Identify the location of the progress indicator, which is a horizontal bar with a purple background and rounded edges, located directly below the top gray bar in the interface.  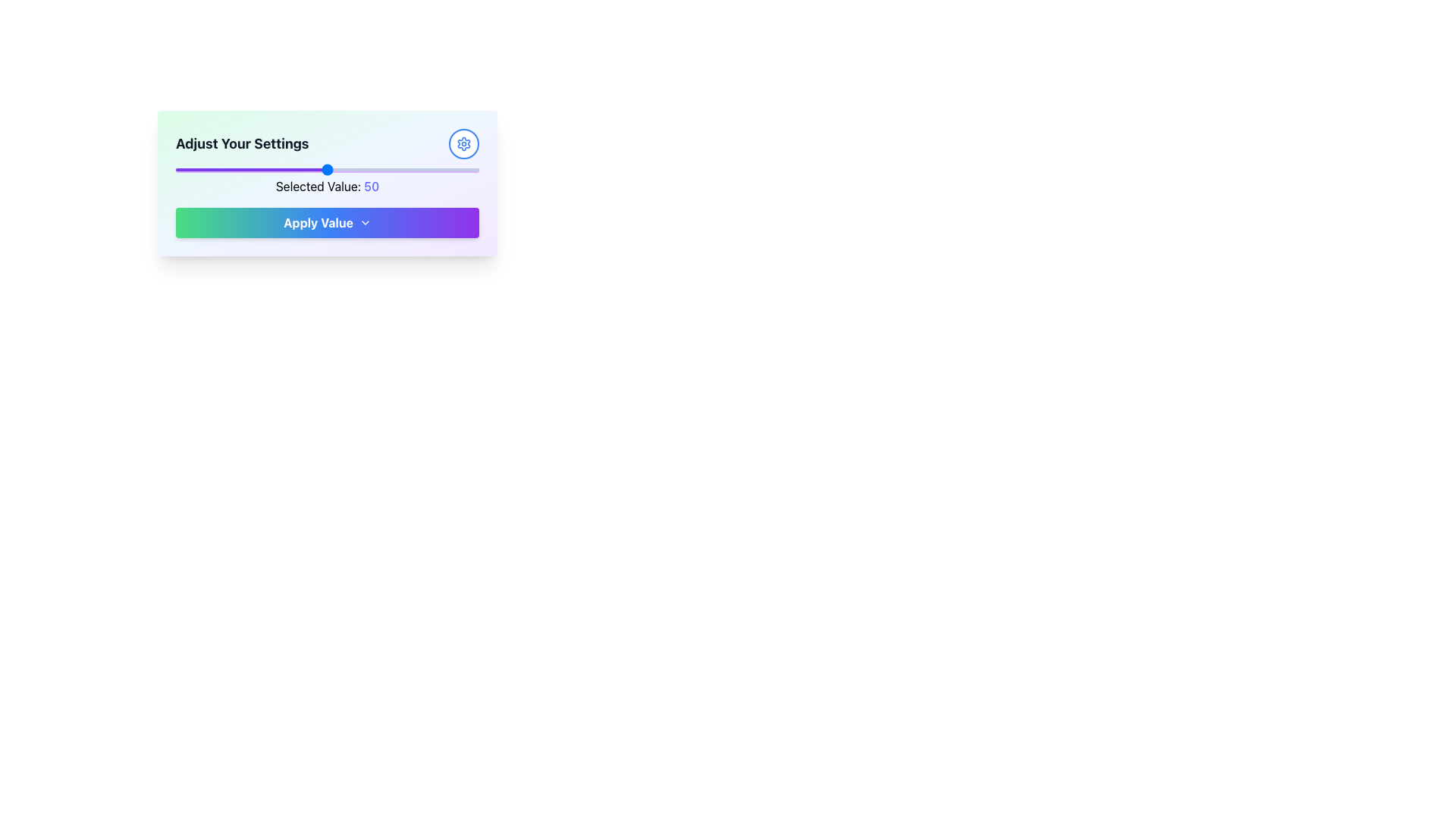
(327, 170).